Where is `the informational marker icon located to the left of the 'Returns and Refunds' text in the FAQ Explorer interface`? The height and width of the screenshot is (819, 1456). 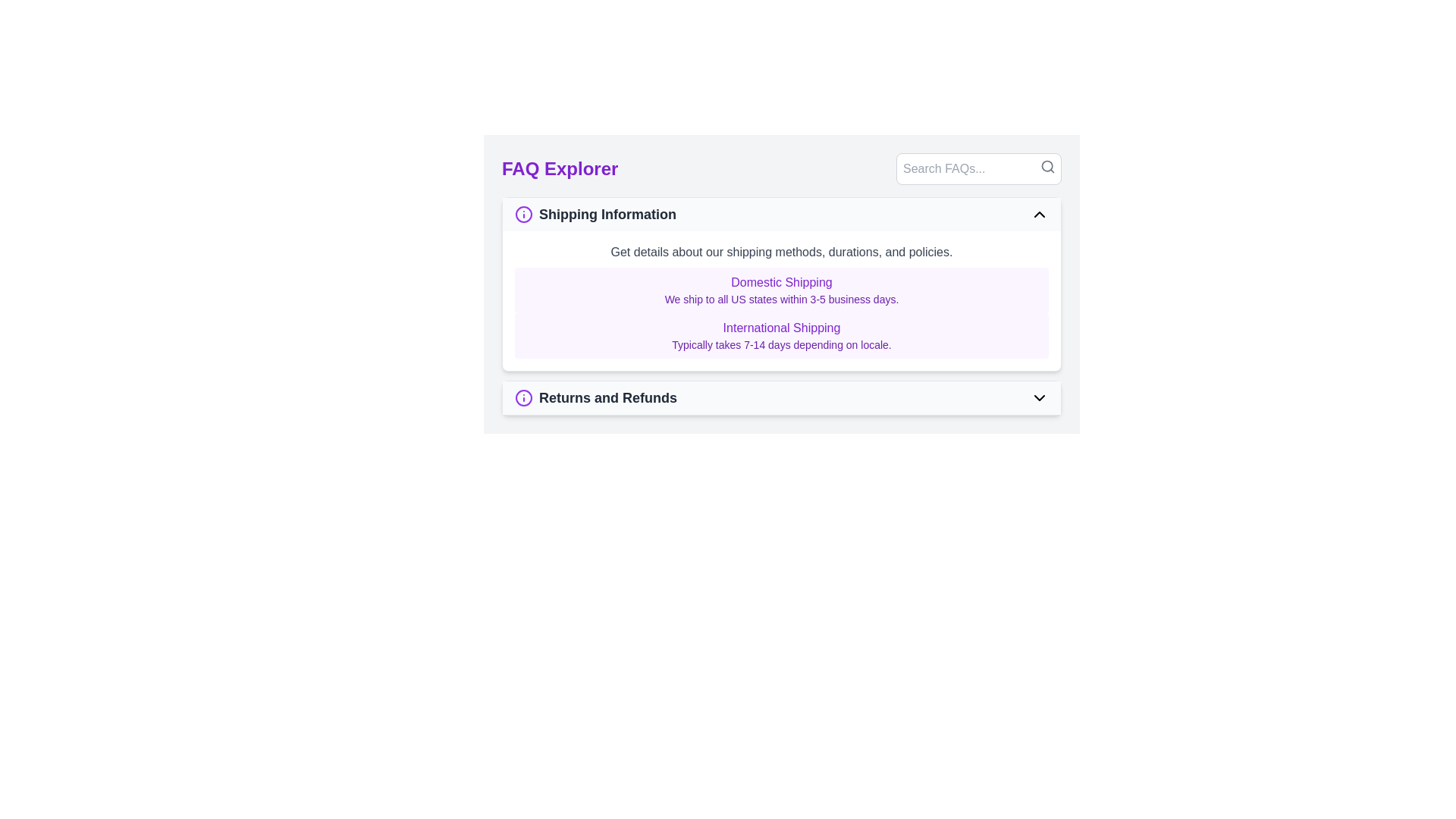
the informational marker icon located to the left of the 'Returns and Refunds' text in the FAQ Explorer interface is located at coordinates (524, 397).